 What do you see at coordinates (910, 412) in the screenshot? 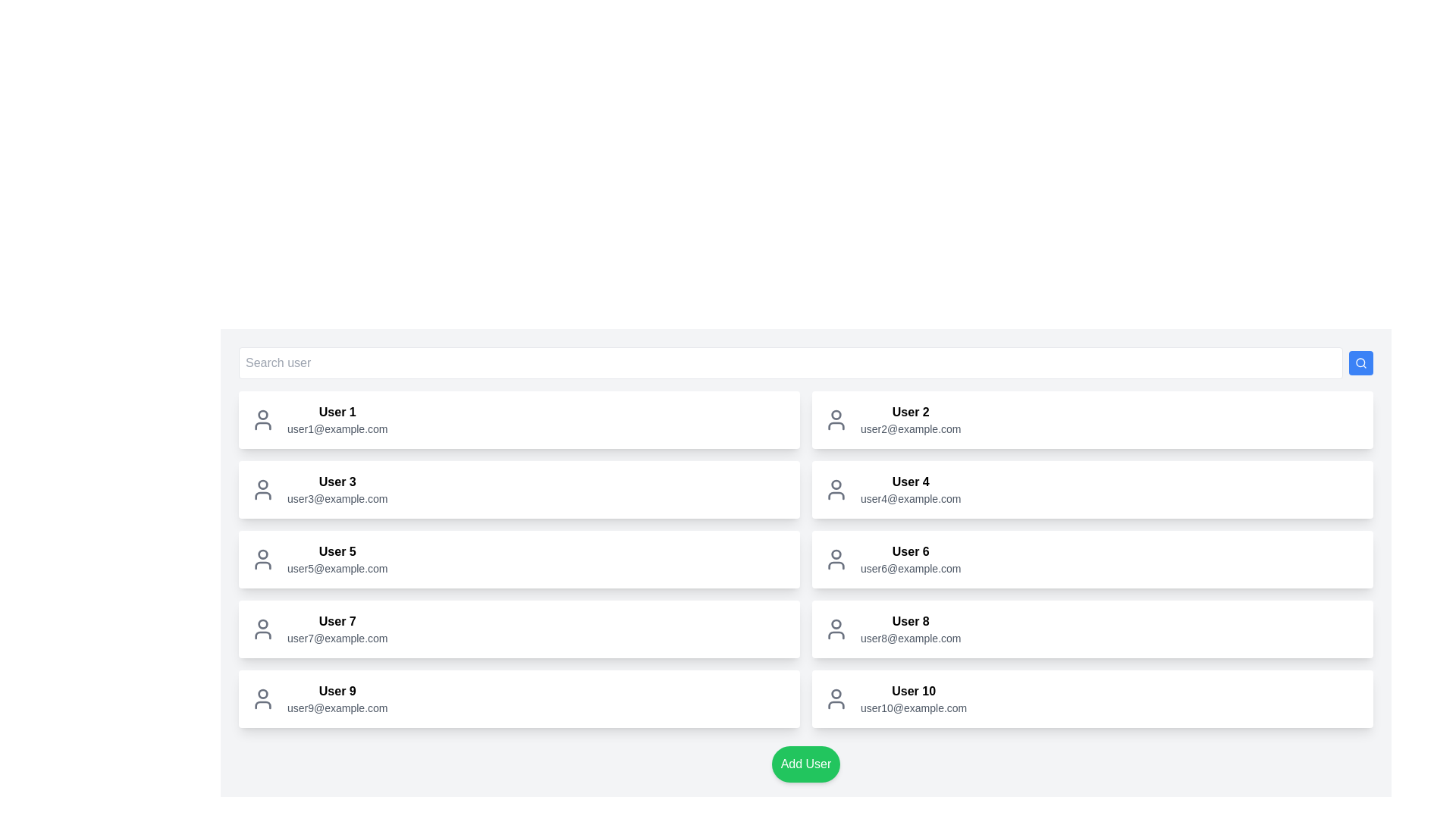
I see `the static text label that displays the user's name, located in the right column of the user list, specifically above the email 'user2@example.com' and next to the user icon` at bounding box center [910, 412].